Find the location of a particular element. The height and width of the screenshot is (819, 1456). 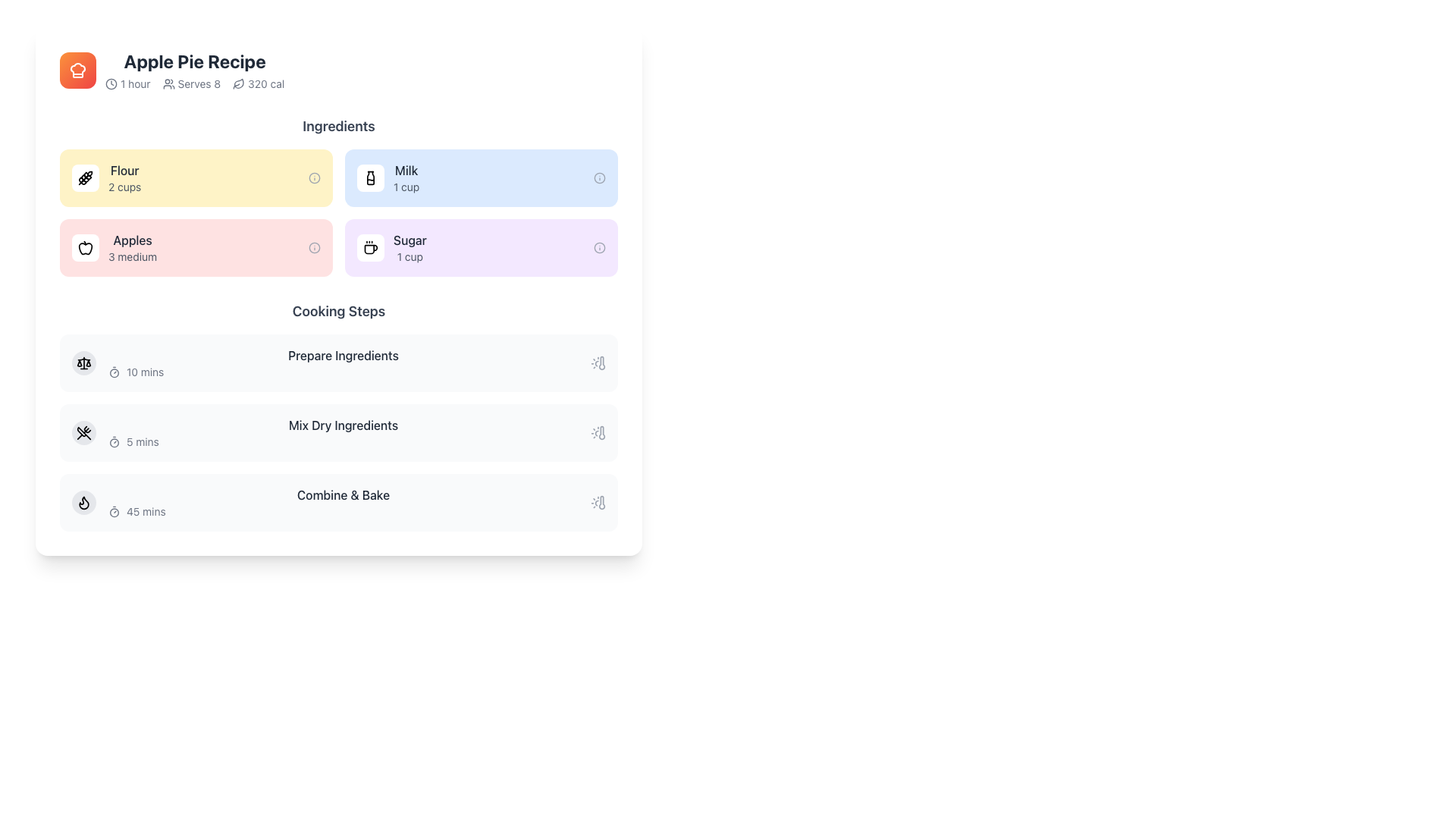

the icon of the Label that shows the duration associated with the cooking step, located below the title 'Combine & Bake' is located at coordinates (342, 512).